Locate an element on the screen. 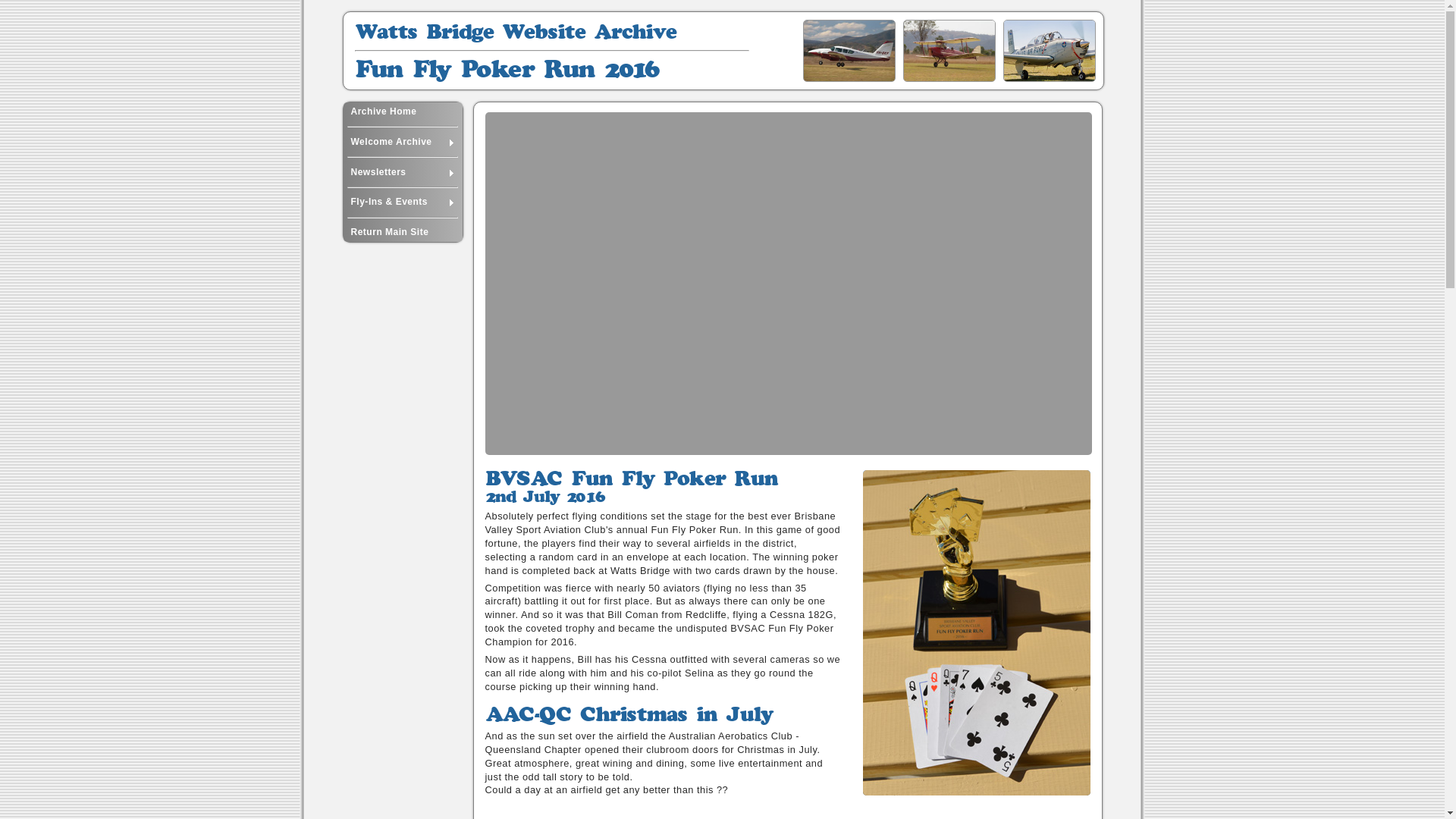 The image size is (1456, 819). 'Return Main Site' is located at coordinates (402, 232).